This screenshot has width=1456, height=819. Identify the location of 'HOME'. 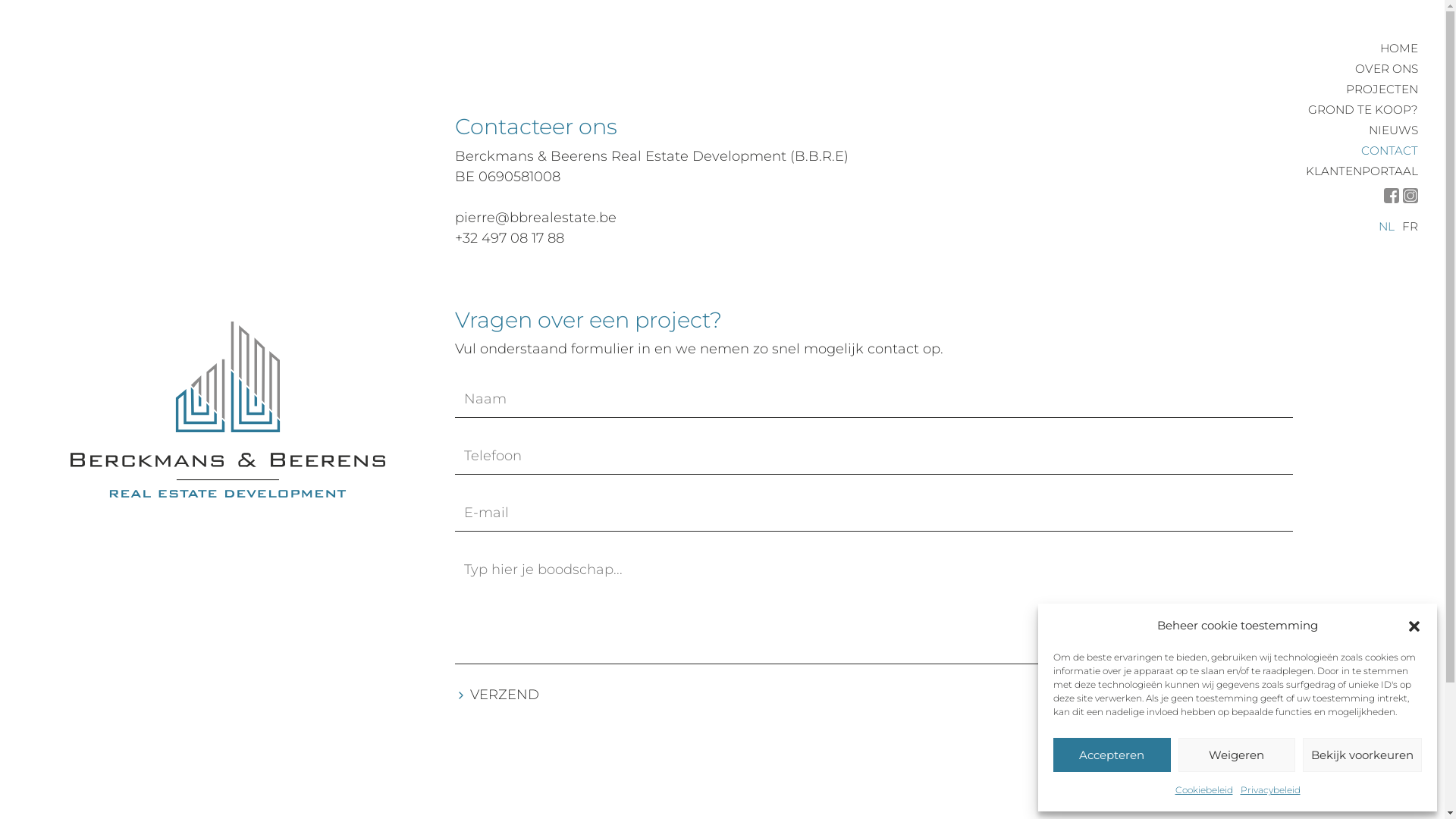
(1398, 47).